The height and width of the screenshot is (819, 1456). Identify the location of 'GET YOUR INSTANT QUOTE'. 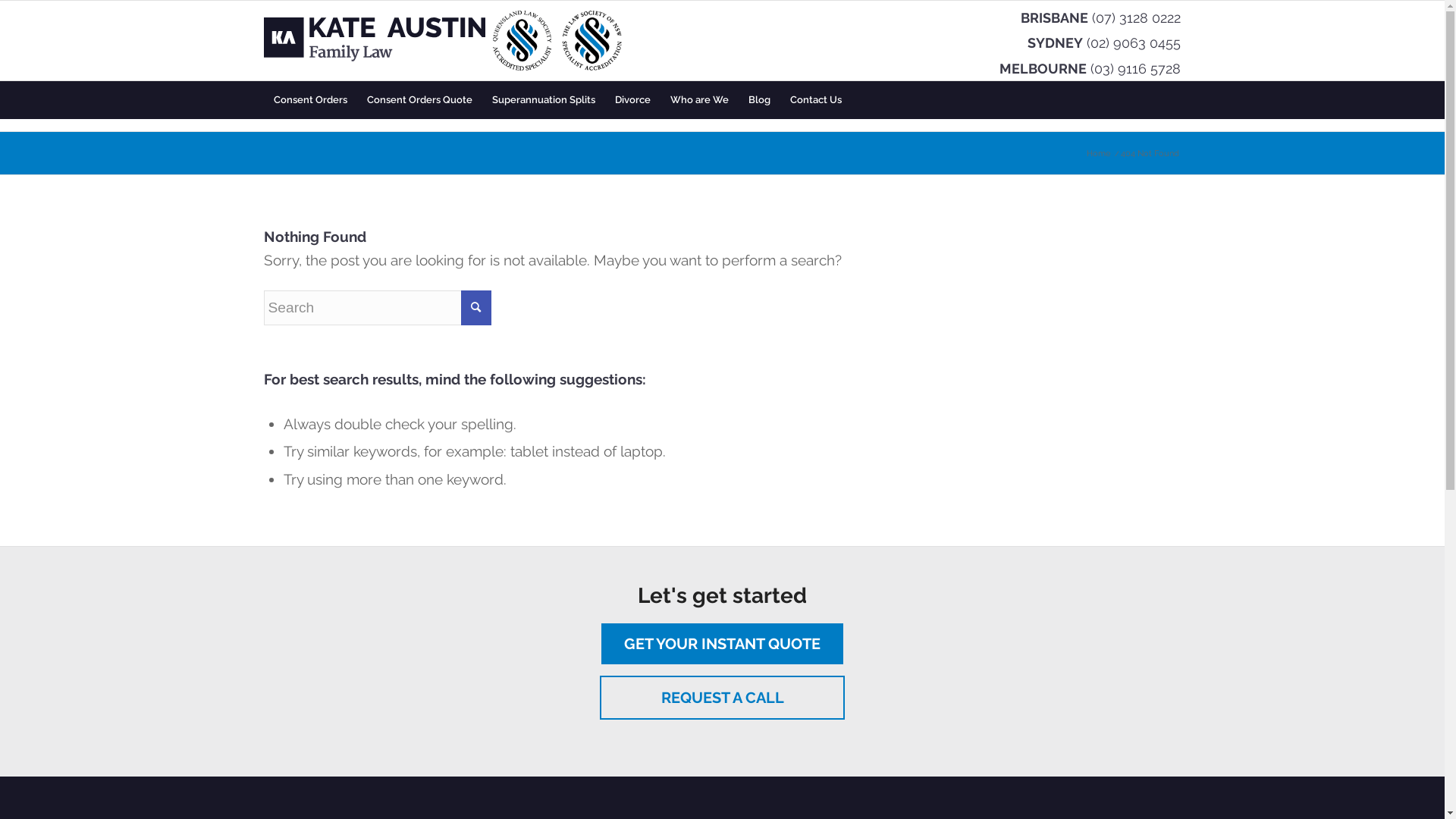
(721, 643).